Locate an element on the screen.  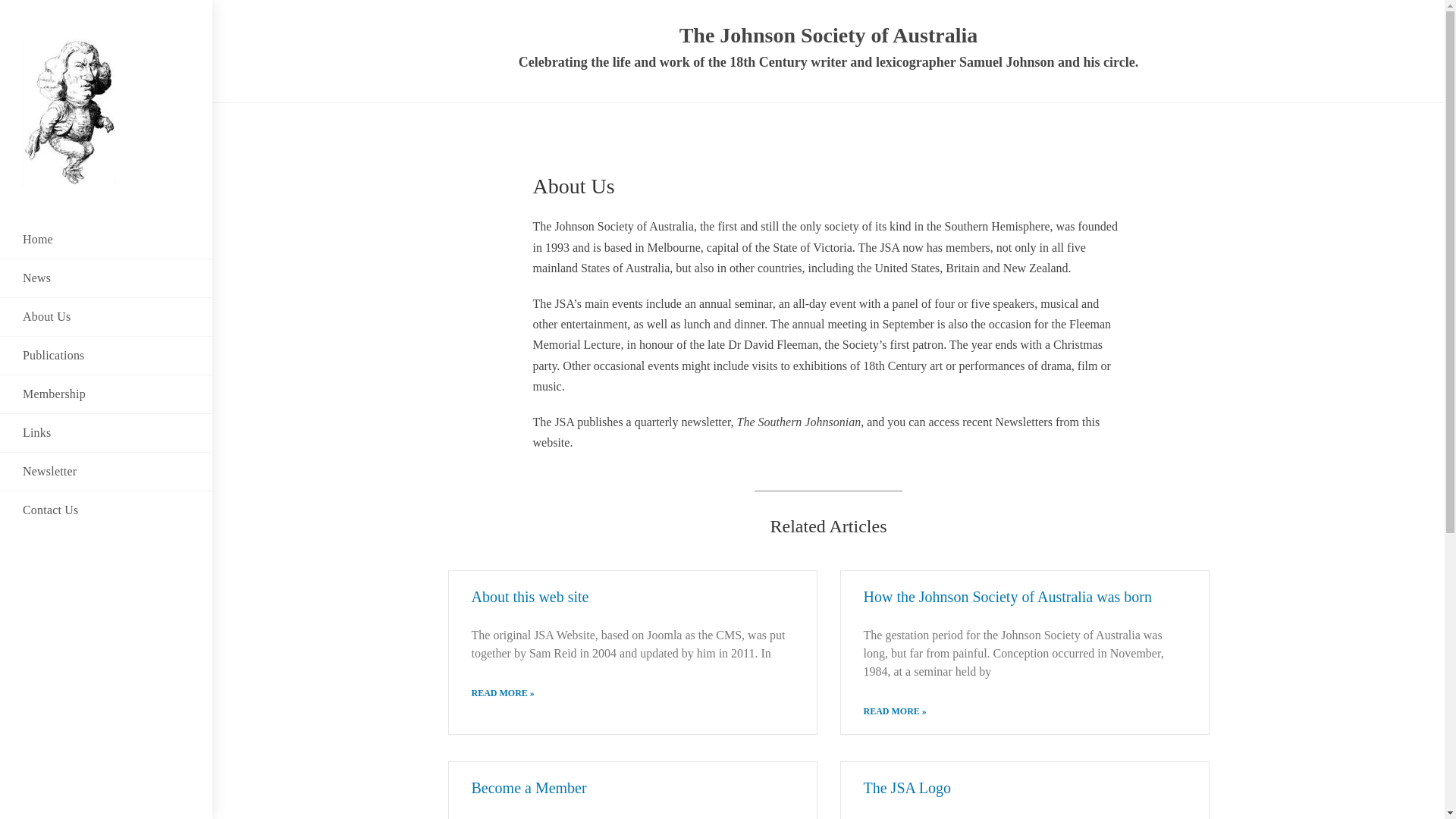
'Contact Us' is located at coordinates (105, 510).